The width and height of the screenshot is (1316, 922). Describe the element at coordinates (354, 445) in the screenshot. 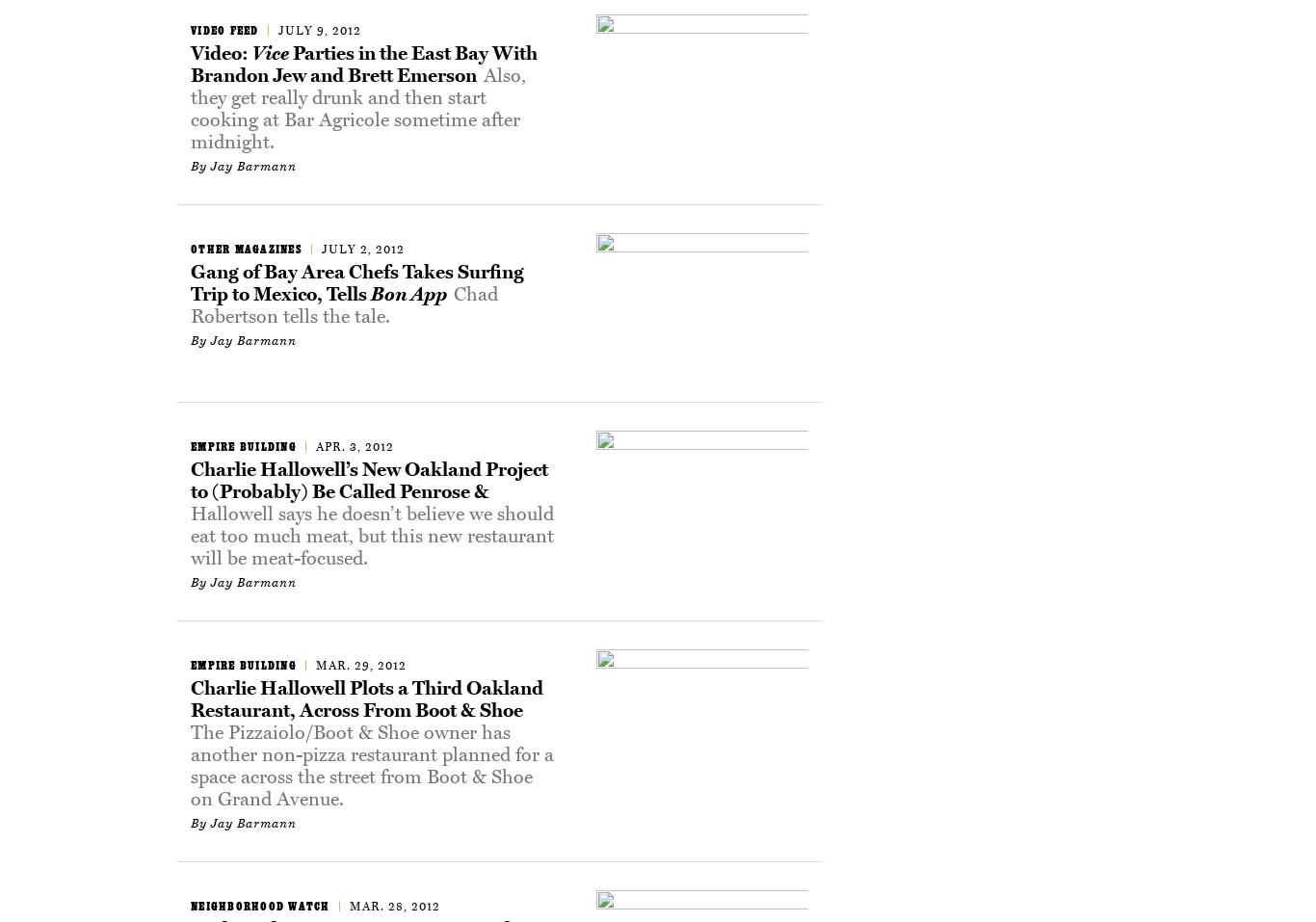

I see `'Apr. 3, 2012'` at that location.